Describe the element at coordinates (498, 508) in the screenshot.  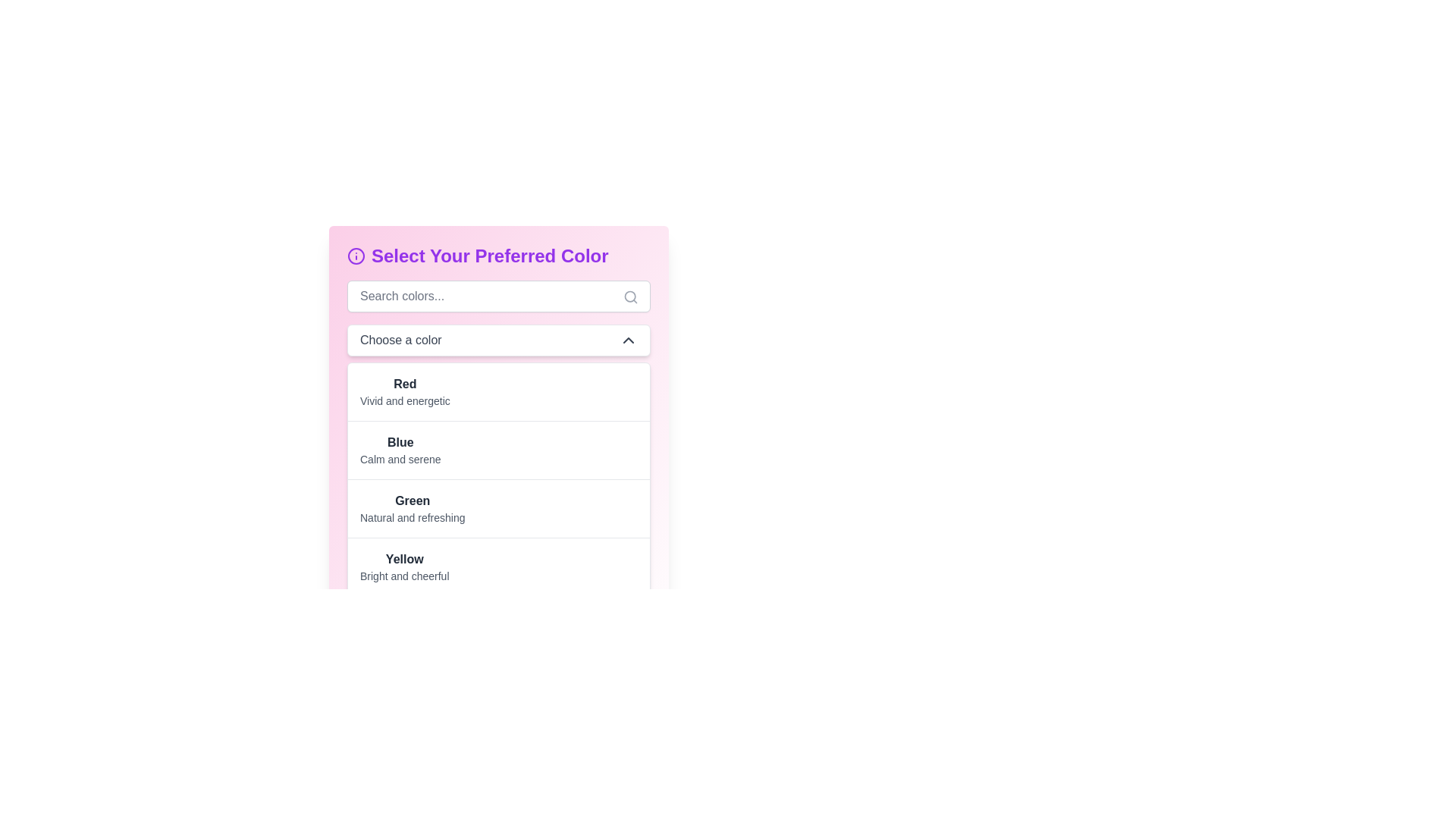
I see `the third list item representing the 'Green' theme in the color picker menu, which is located between 'Blue' and 'Yellow'` at that location.